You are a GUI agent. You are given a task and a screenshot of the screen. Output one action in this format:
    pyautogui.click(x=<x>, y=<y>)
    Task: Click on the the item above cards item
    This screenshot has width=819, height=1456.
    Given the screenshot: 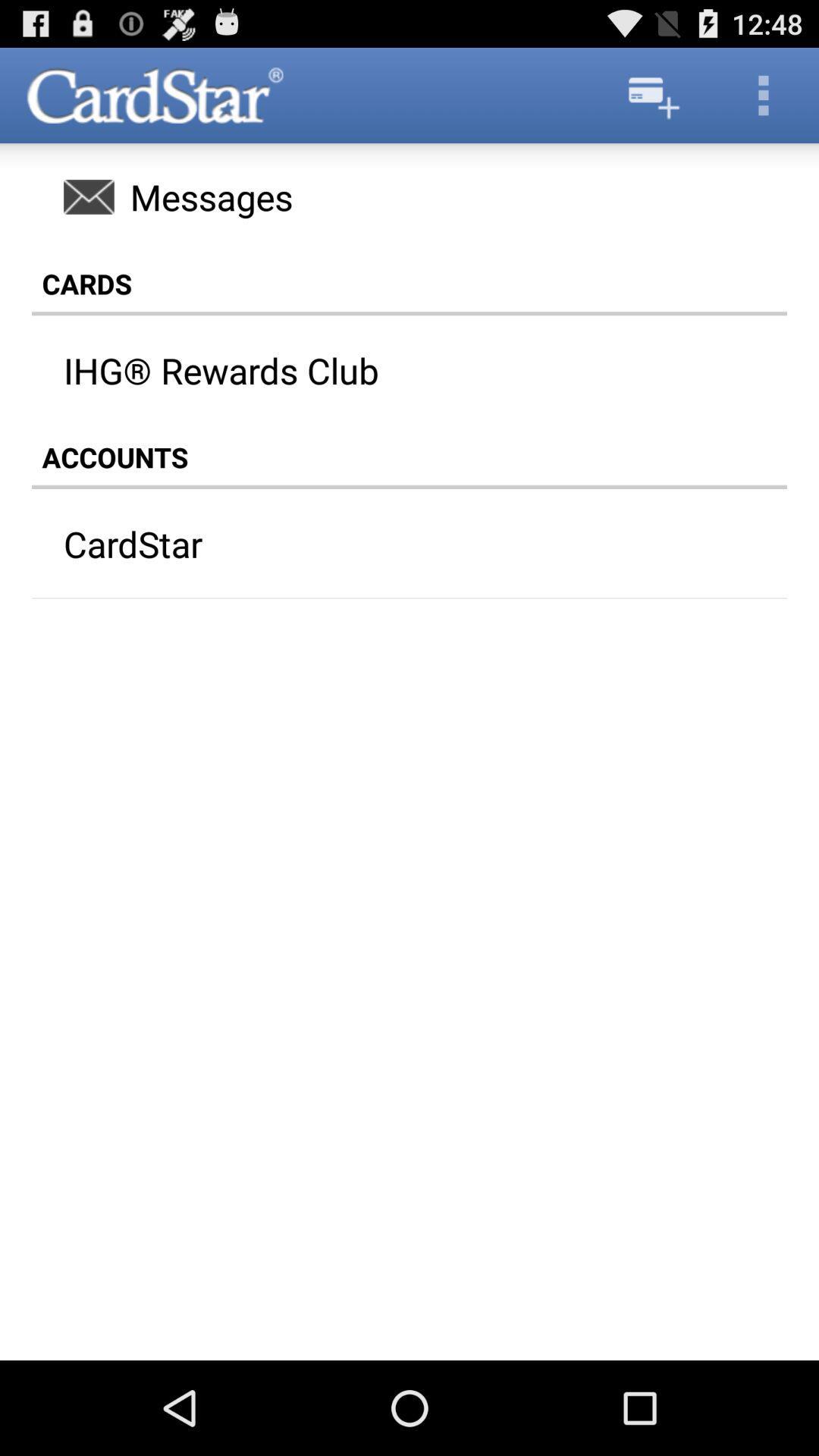 What is the action you would take?
    pyautogui.click(x=409, y=196)
    